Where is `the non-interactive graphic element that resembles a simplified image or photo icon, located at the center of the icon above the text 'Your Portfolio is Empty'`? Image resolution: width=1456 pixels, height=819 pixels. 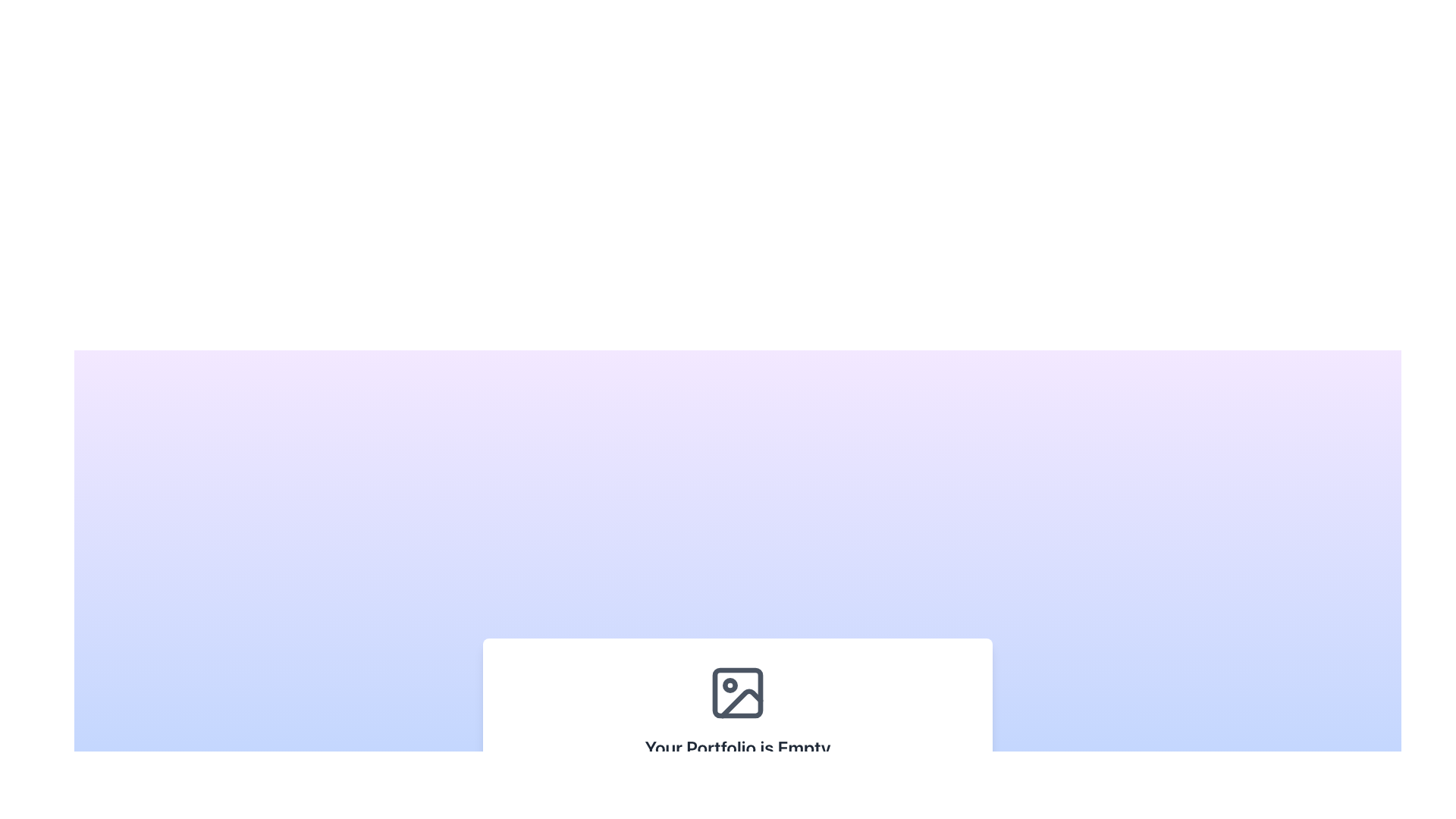 the non-interactive graphic element that resembles a simplified image or photo icon, located at the center of the icon above the text 'Your Portfolio is Empty' is located at coordinates (738, 693).